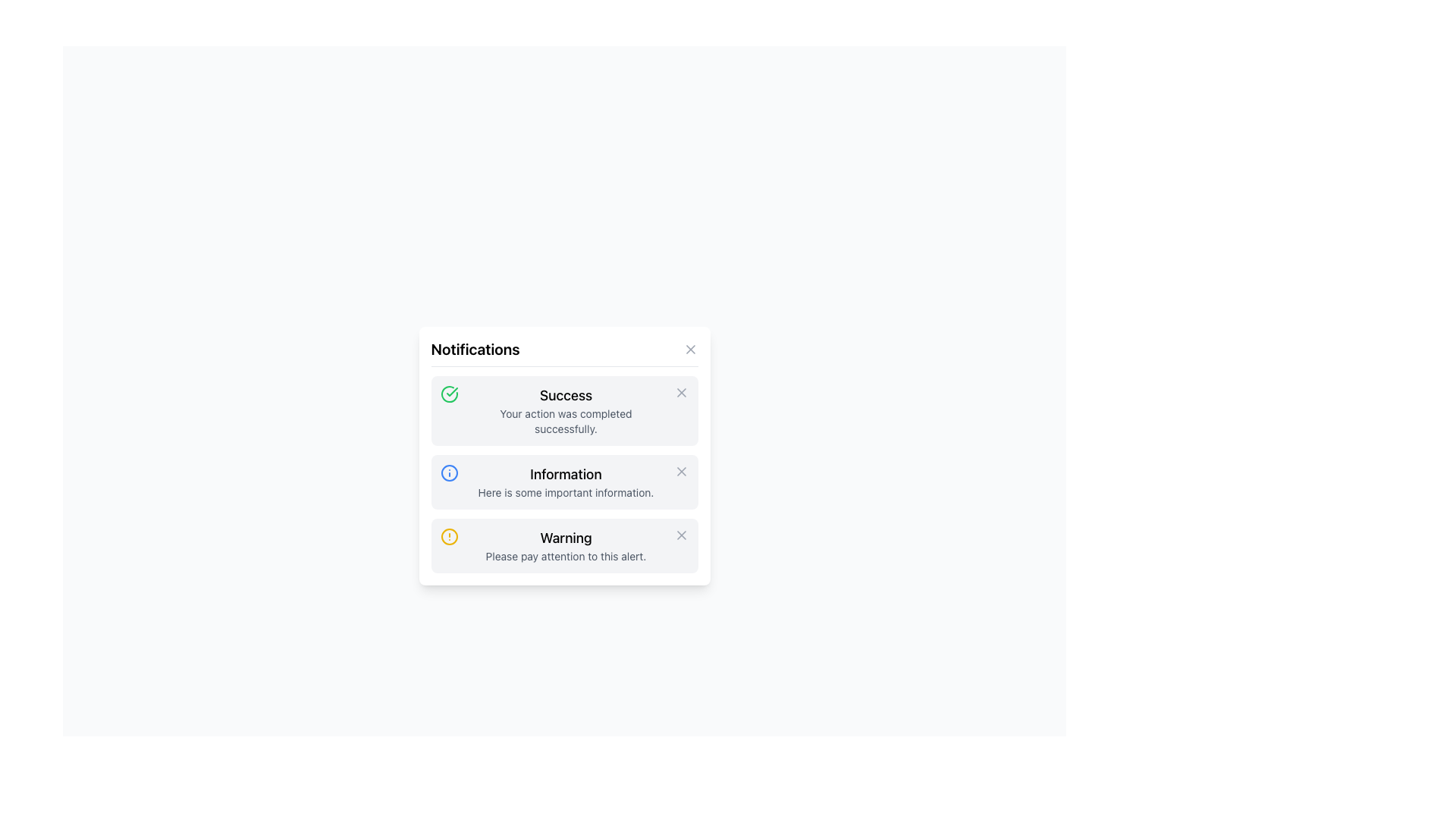  What do you see at coordinates (565, 421) in the screenshot?
I see `notification text that states 'Your action was completed successfully.' which is displayed in gray color below the heading 'Success' on the main notification card` at bounding box center [565, 421].